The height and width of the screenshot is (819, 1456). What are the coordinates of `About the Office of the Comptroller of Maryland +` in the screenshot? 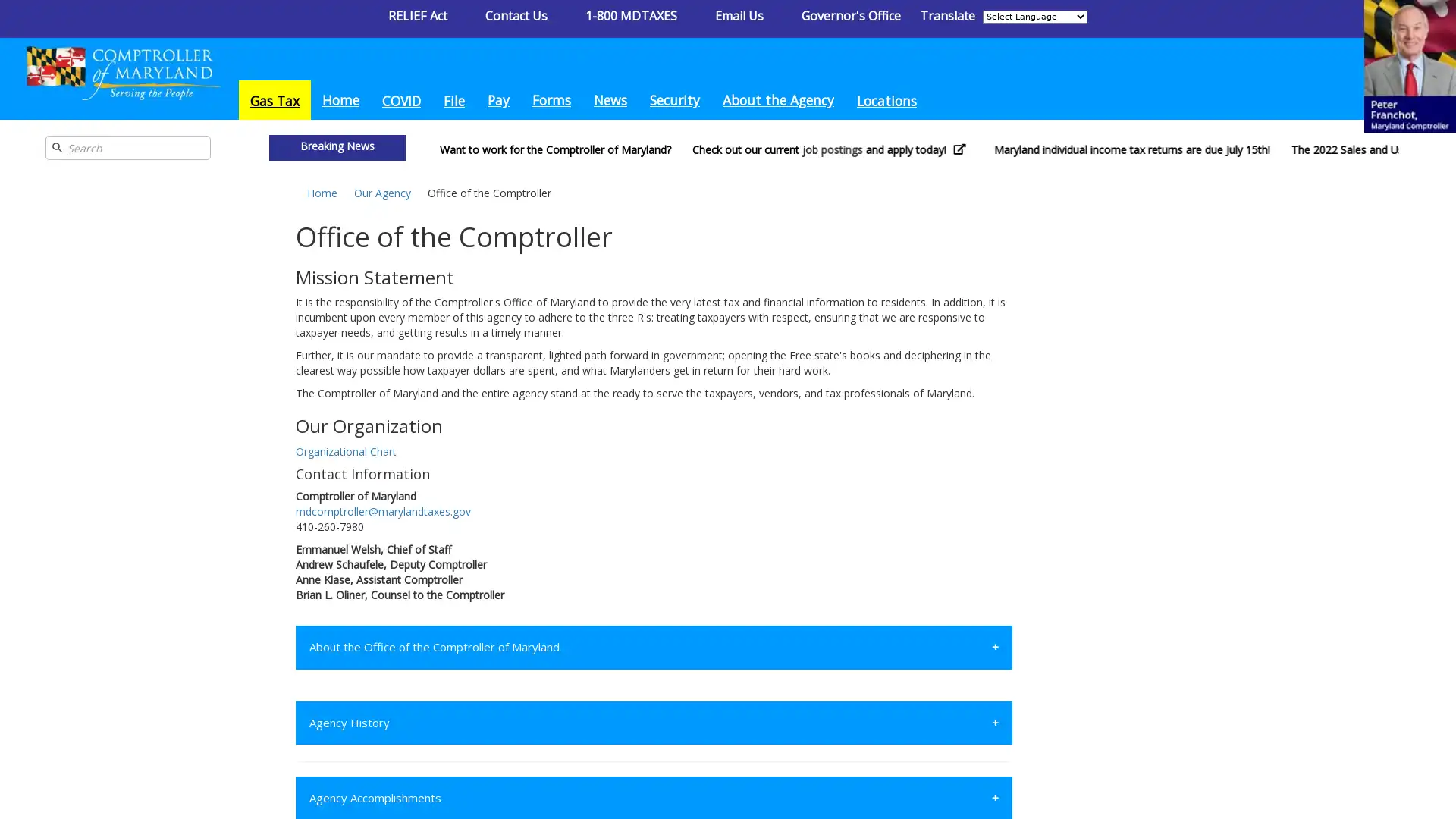 It's located at (654, 647).